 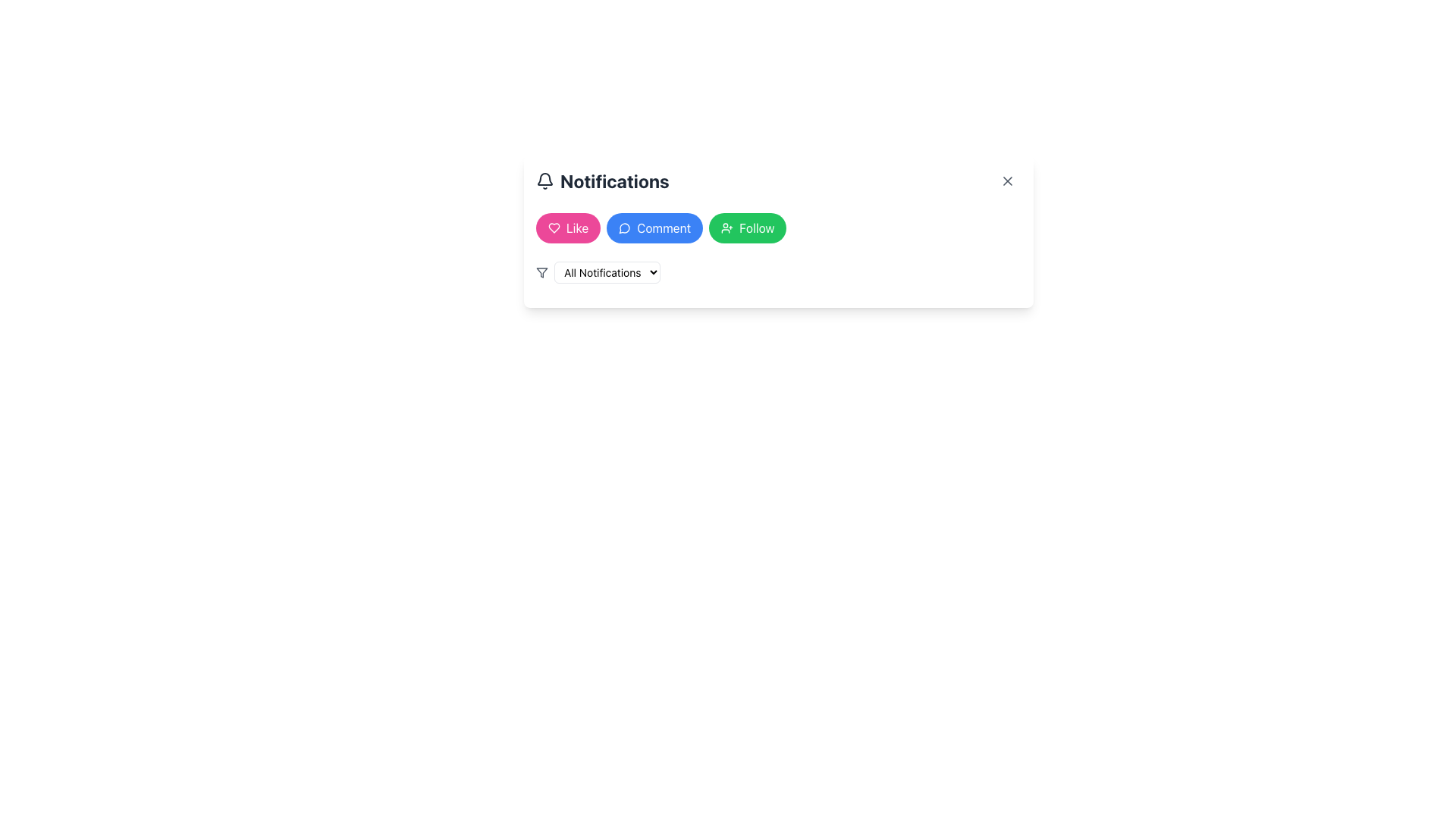 I want to click on the third button on the right in the group of three action buttons, so click(x=779, y=231).